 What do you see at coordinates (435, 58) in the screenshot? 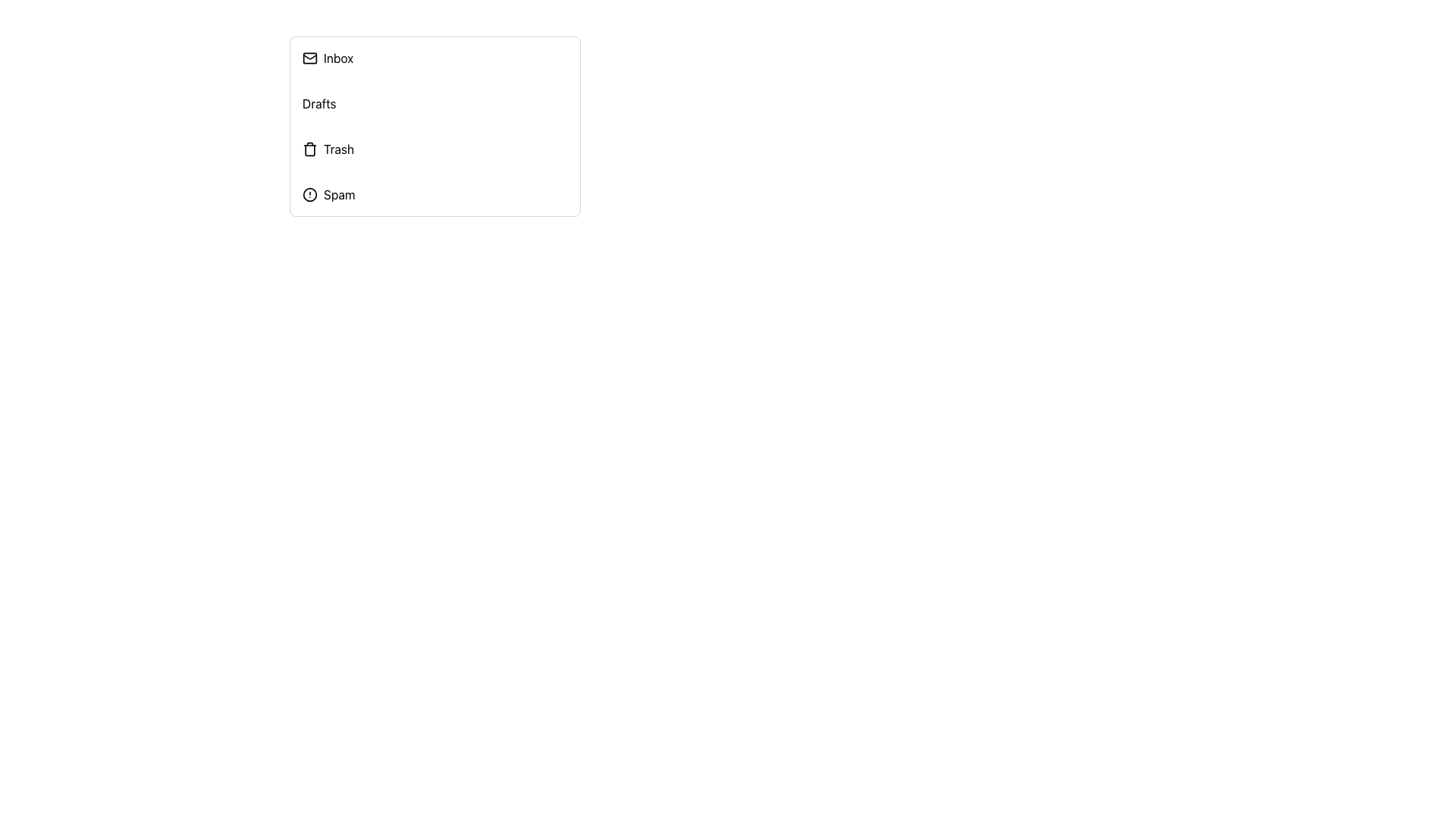
I see `the Inbox navigation button located at the top of the vertical menu list to unveil hover effects` at bounding box center [435, 58].